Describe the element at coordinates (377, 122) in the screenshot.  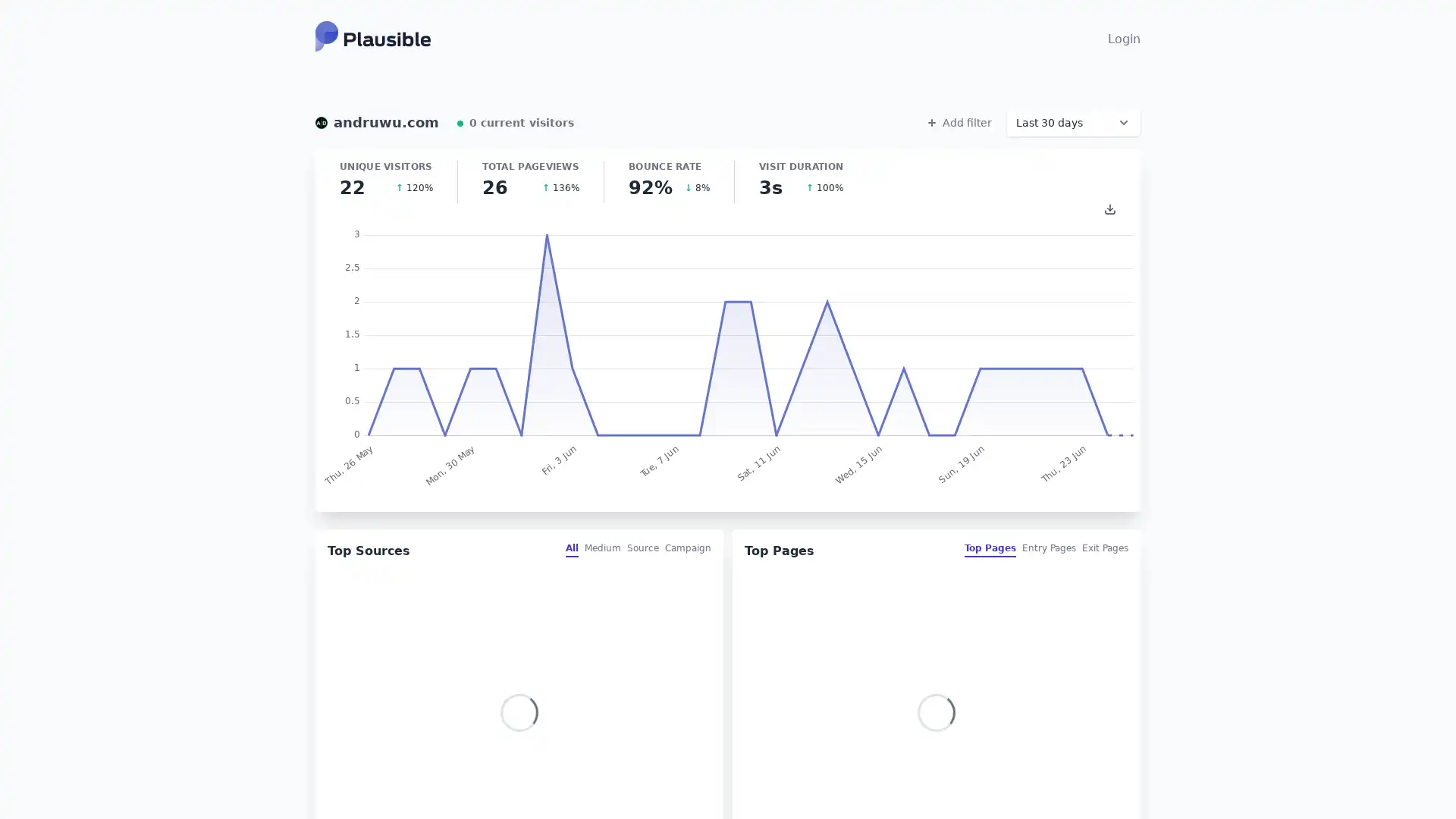
I see `andruwu.com` at that location.